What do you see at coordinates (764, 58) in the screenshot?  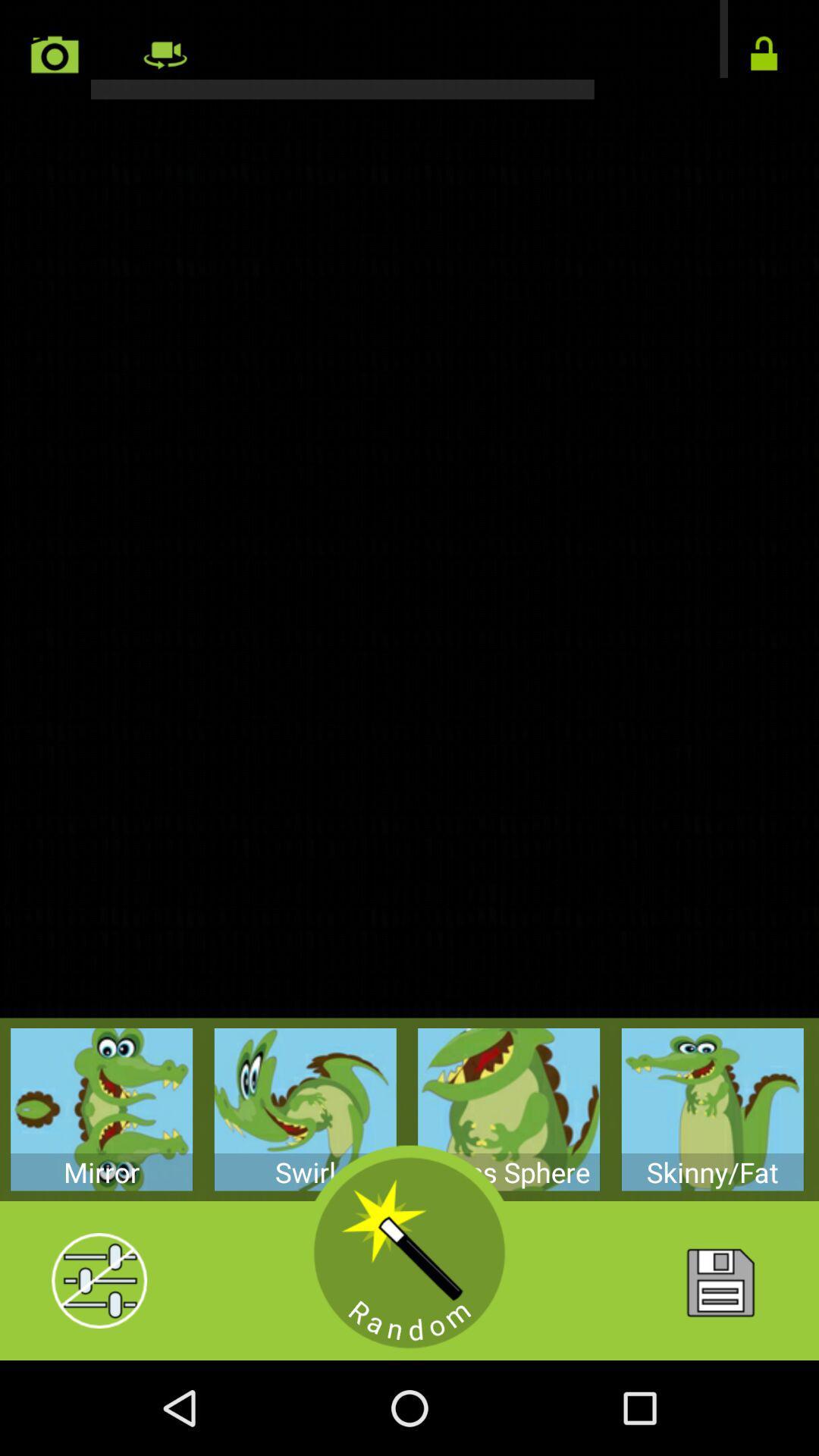 I see `the lock icon` at bounding box center [764, 58].